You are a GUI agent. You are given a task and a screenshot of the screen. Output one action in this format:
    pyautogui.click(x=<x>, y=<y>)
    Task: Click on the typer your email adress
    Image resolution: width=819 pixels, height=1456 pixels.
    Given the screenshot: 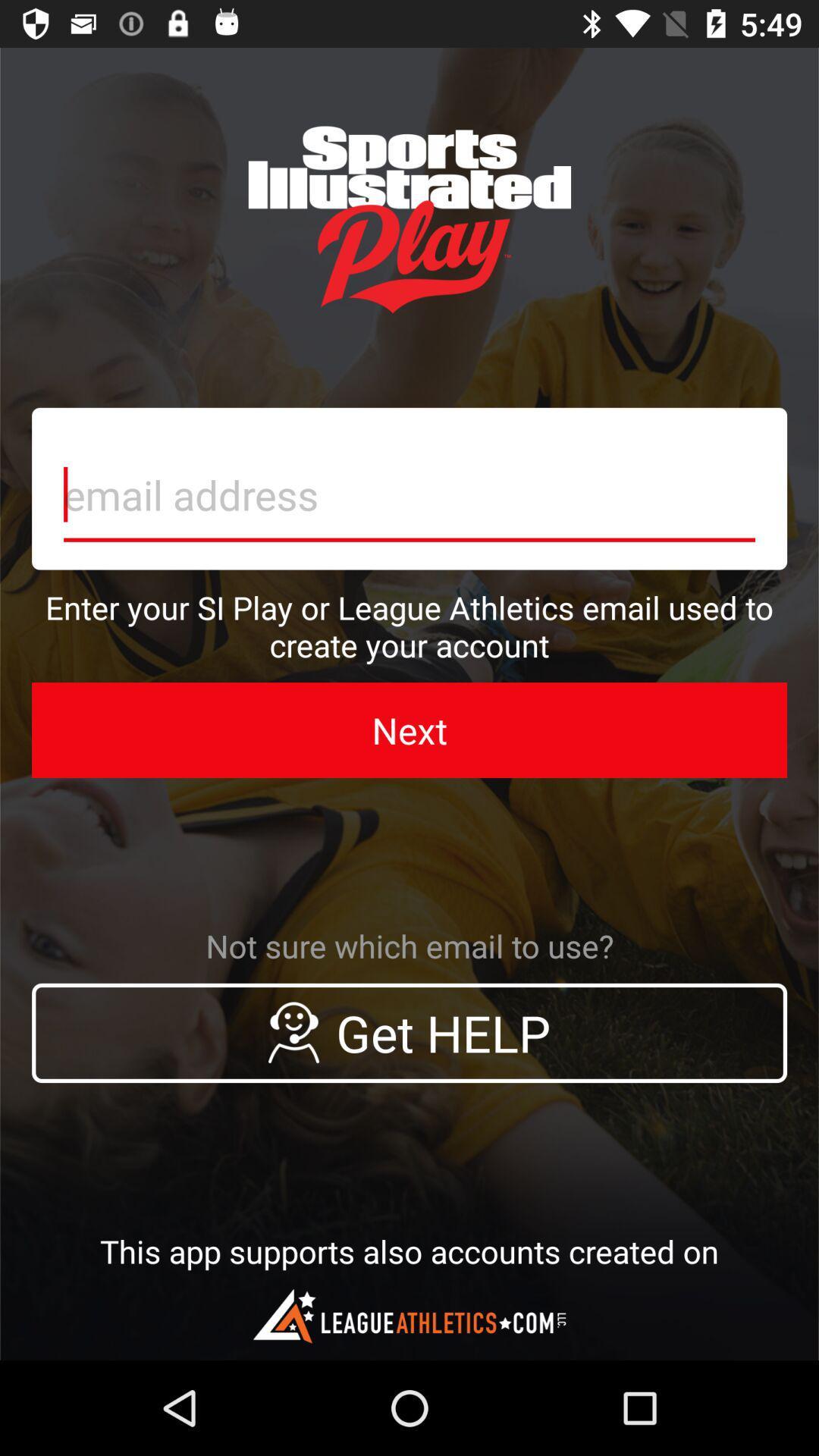 What is the action you would take?
    pyautogui.click(x=409, y=488)
    